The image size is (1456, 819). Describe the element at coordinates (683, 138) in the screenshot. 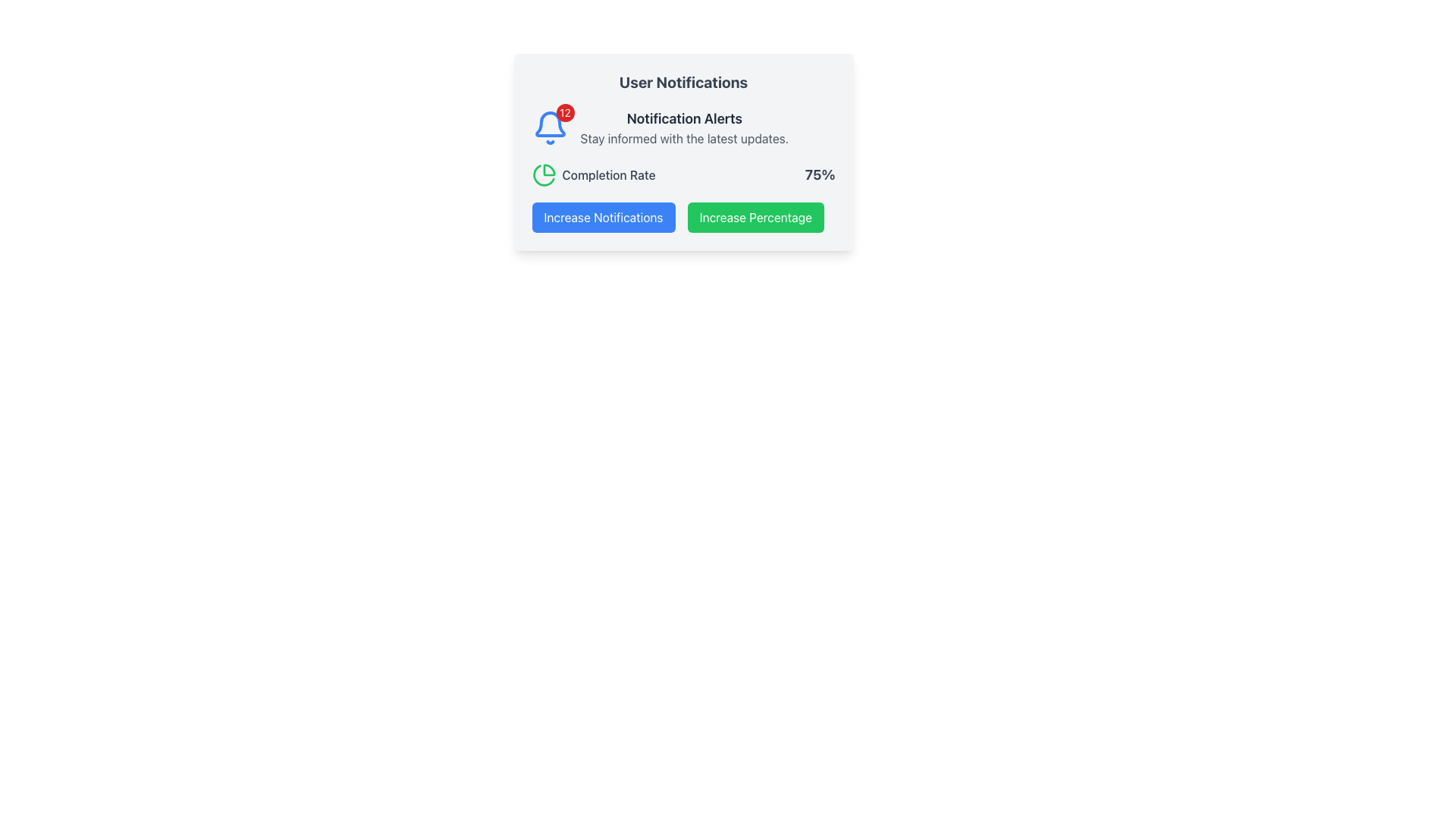

I see `static text that serves as a descriptive label for notification alerts, positioned directly below the text 'Notification Alerts'` at that location.